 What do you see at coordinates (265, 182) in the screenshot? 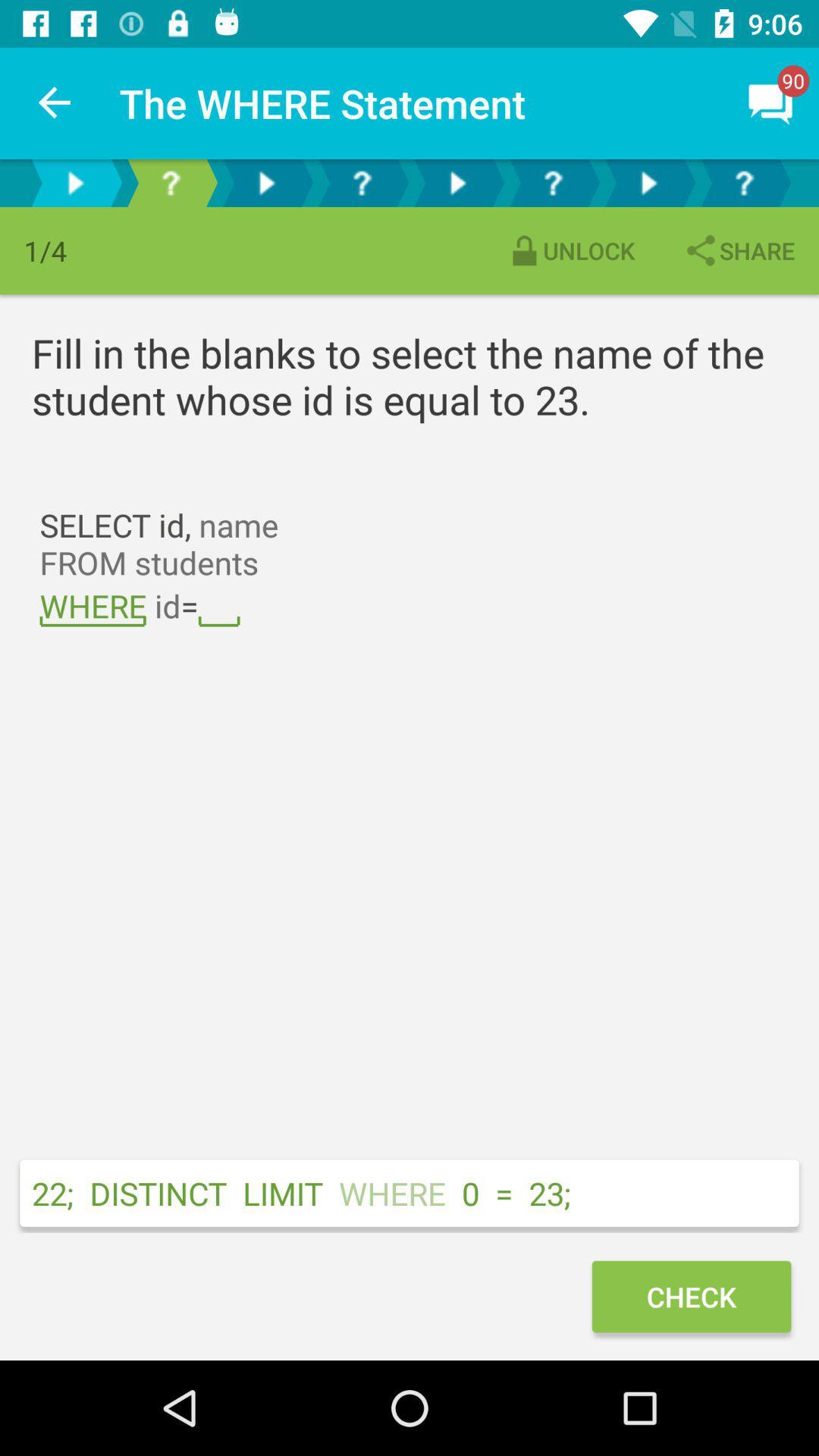
I see `he can activate the simple voice command` at bounding box center [265, 182].